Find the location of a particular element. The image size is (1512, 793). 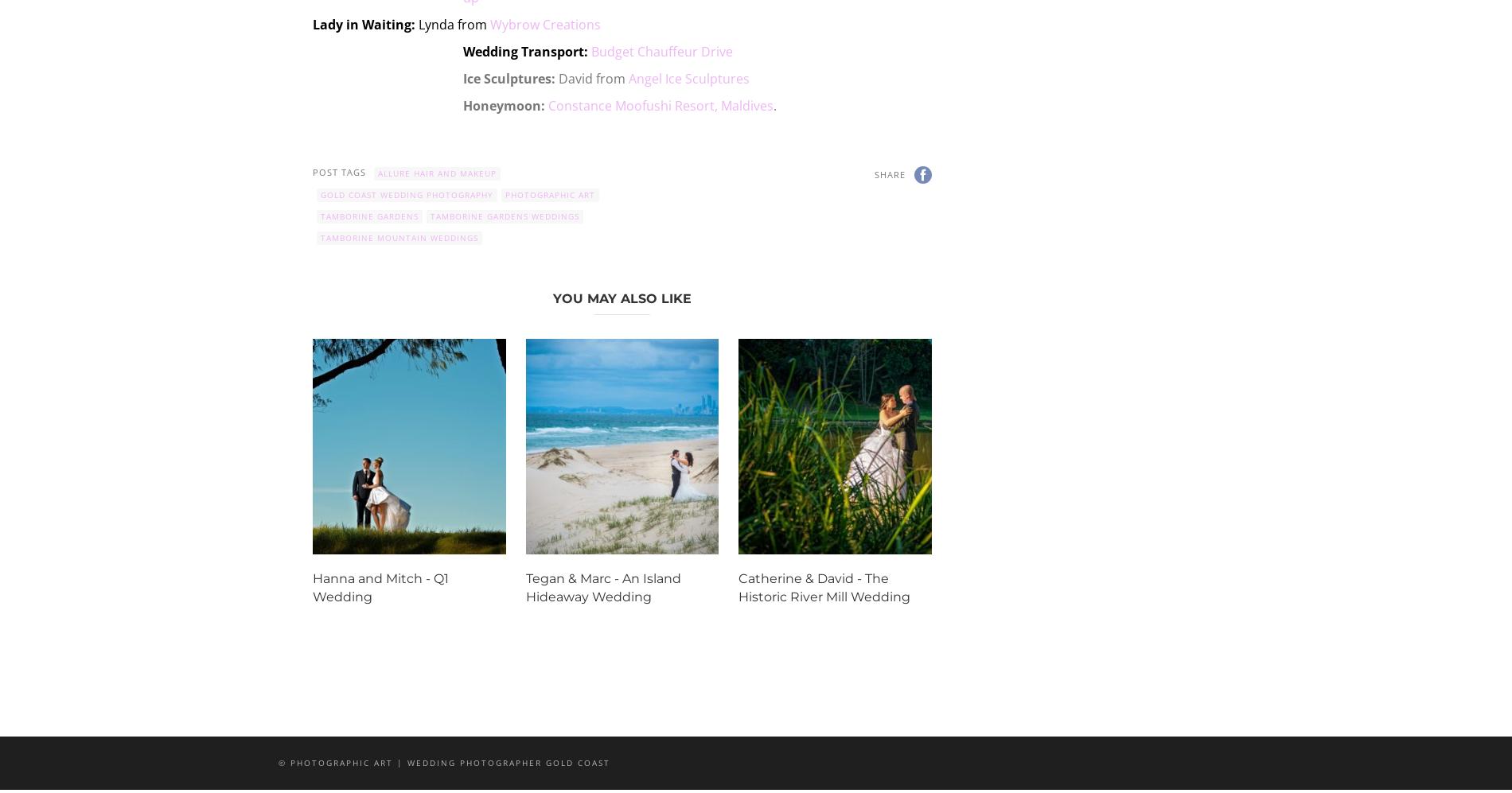

'tamborine gardens weddings' is located at coordinates (505, 215).